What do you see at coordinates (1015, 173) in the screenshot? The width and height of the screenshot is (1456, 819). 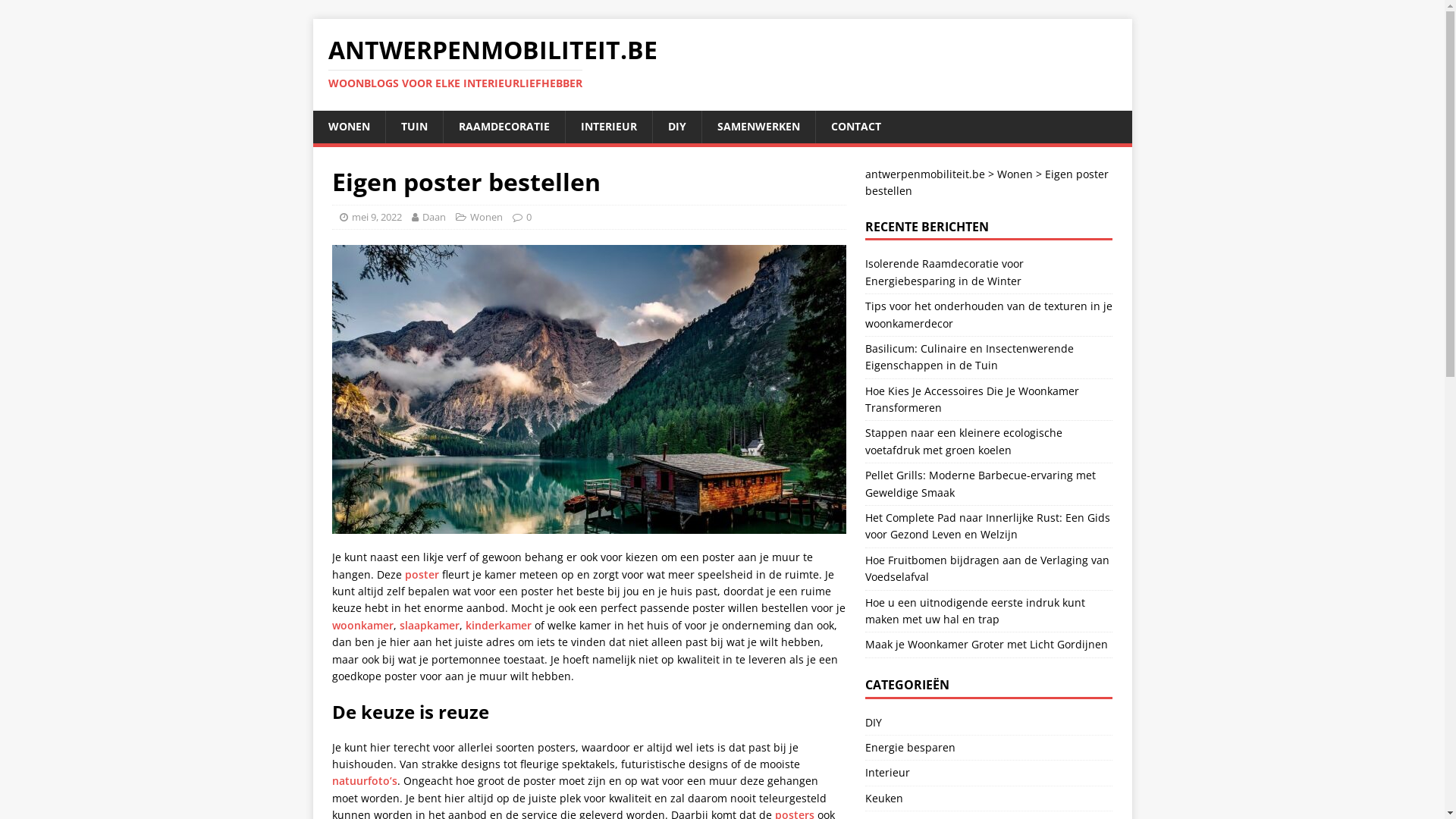 I see `'Wonen'` at bounding box center [1015, 173].